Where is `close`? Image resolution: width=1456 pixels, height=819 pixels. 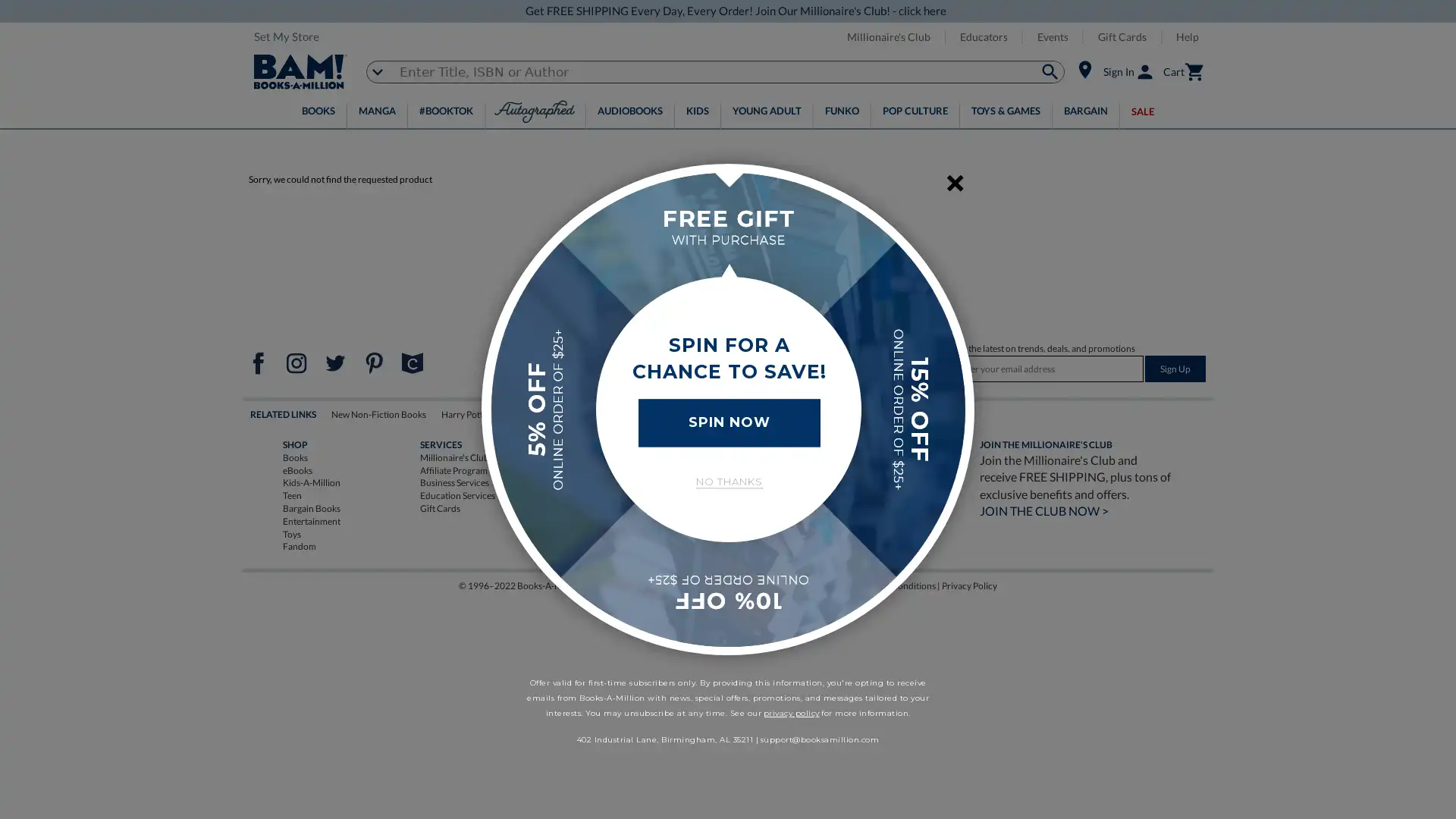 close is located at coordinates (954, 184).